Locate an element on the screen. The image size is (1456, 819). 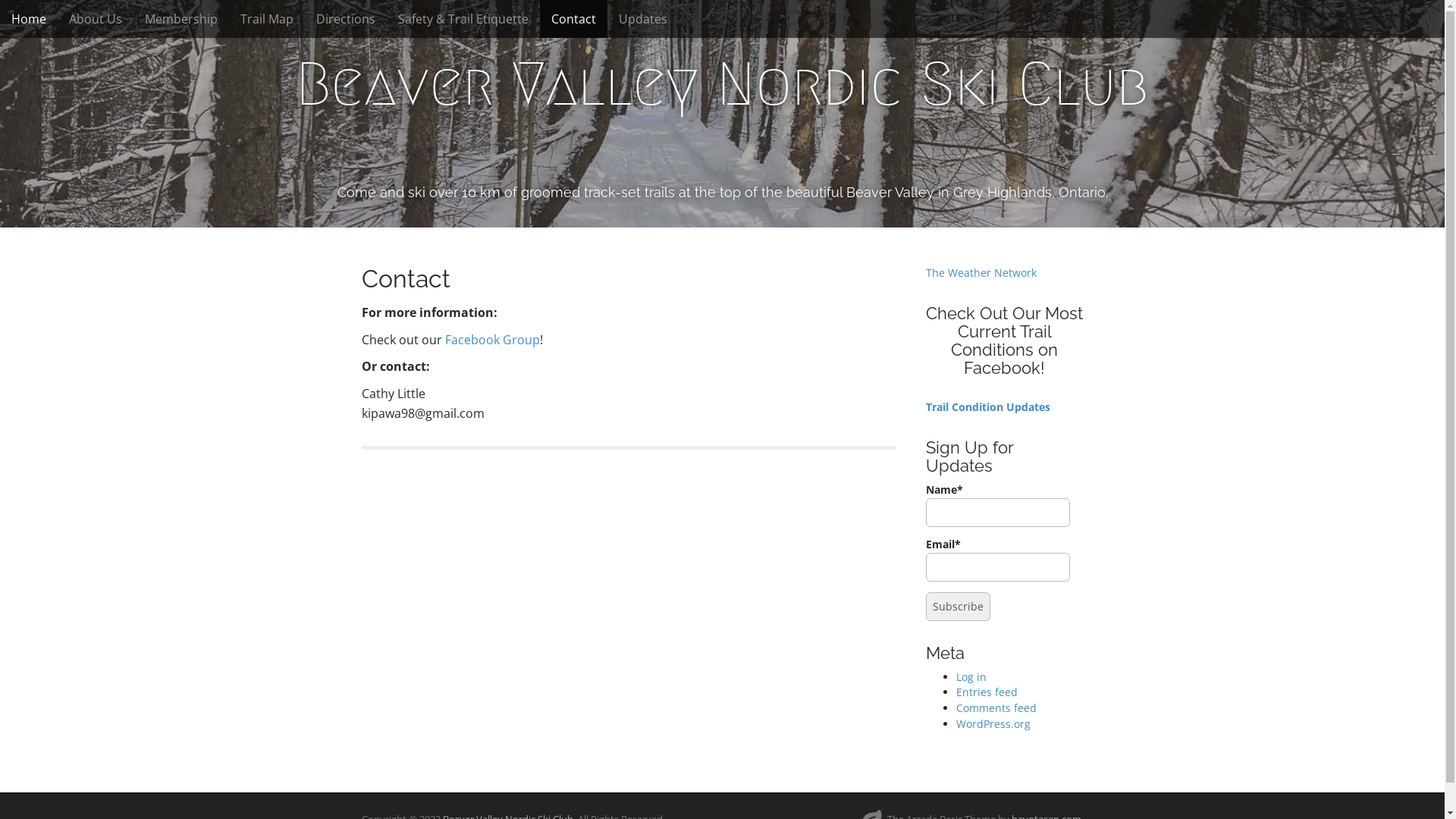
'Trail Map' is located at coordinates (266, 18).